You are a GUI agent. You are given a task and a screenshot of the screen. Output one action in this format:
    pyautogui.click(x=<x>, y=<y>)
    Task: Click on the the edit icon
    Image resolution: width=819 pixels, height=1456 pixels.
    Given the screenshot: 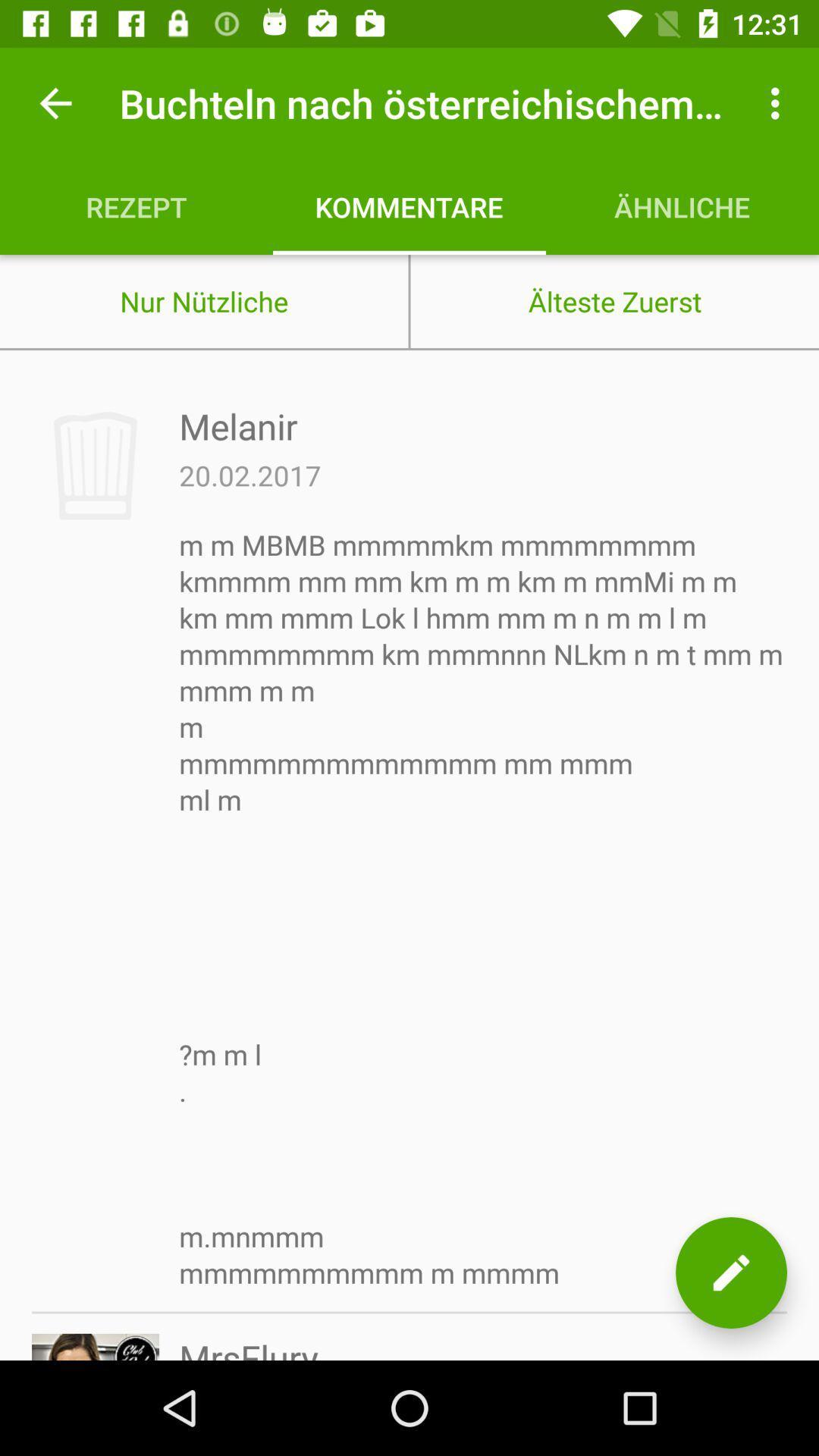 What is the action you would take?
    pyautogui.click(x=730, y=1272)
    